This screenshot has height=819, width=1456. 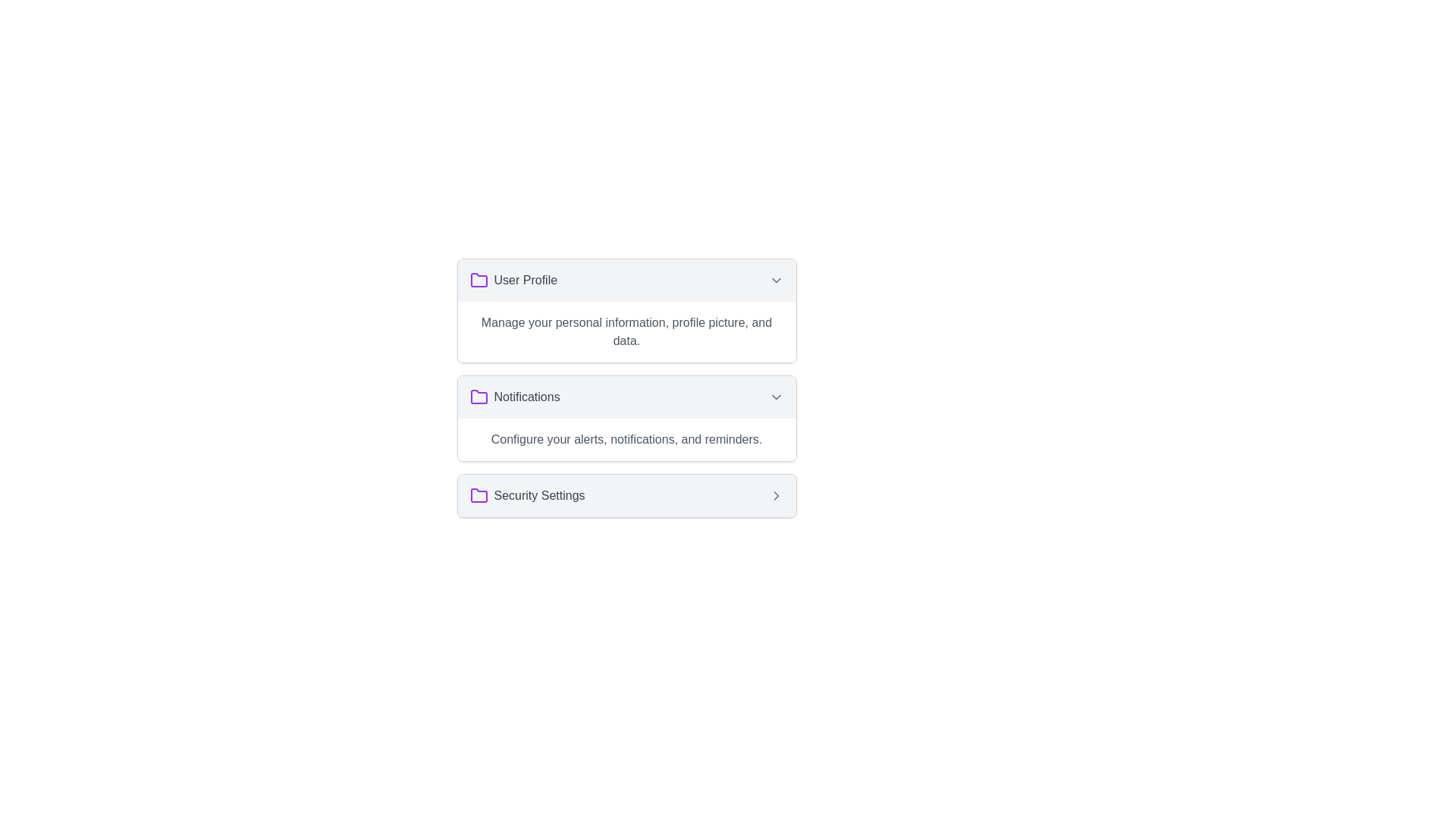 What do you see at coordinates (527, 397) in the screenshot?
I see `description associated with the 'Notifications' Text Label located beside the folder icon in the second panel of the list` at bounding box center [527, 397].